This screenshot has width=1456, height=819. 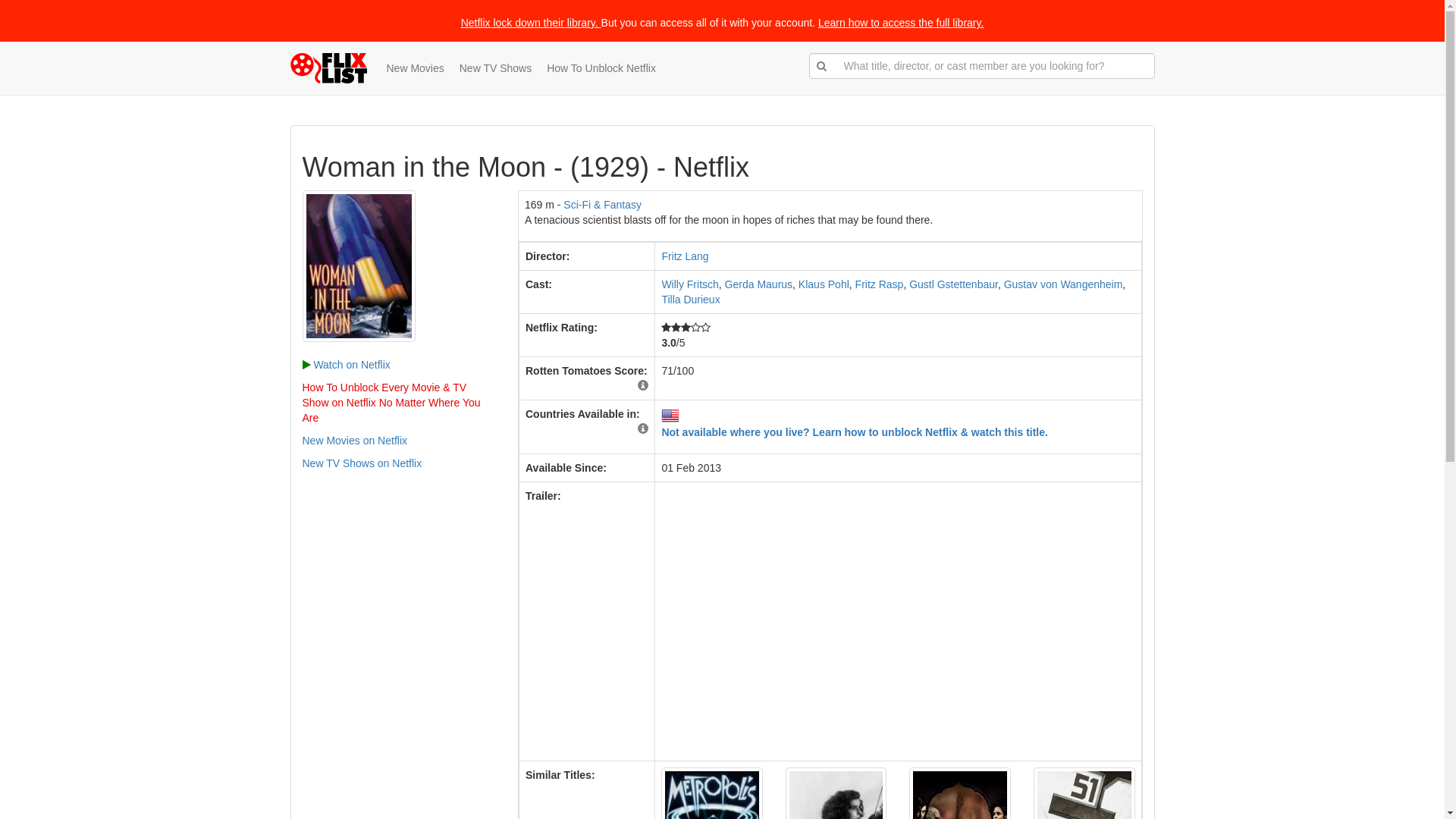 I want to click on 'Gerda Maurus', so click(x=723, y=284).